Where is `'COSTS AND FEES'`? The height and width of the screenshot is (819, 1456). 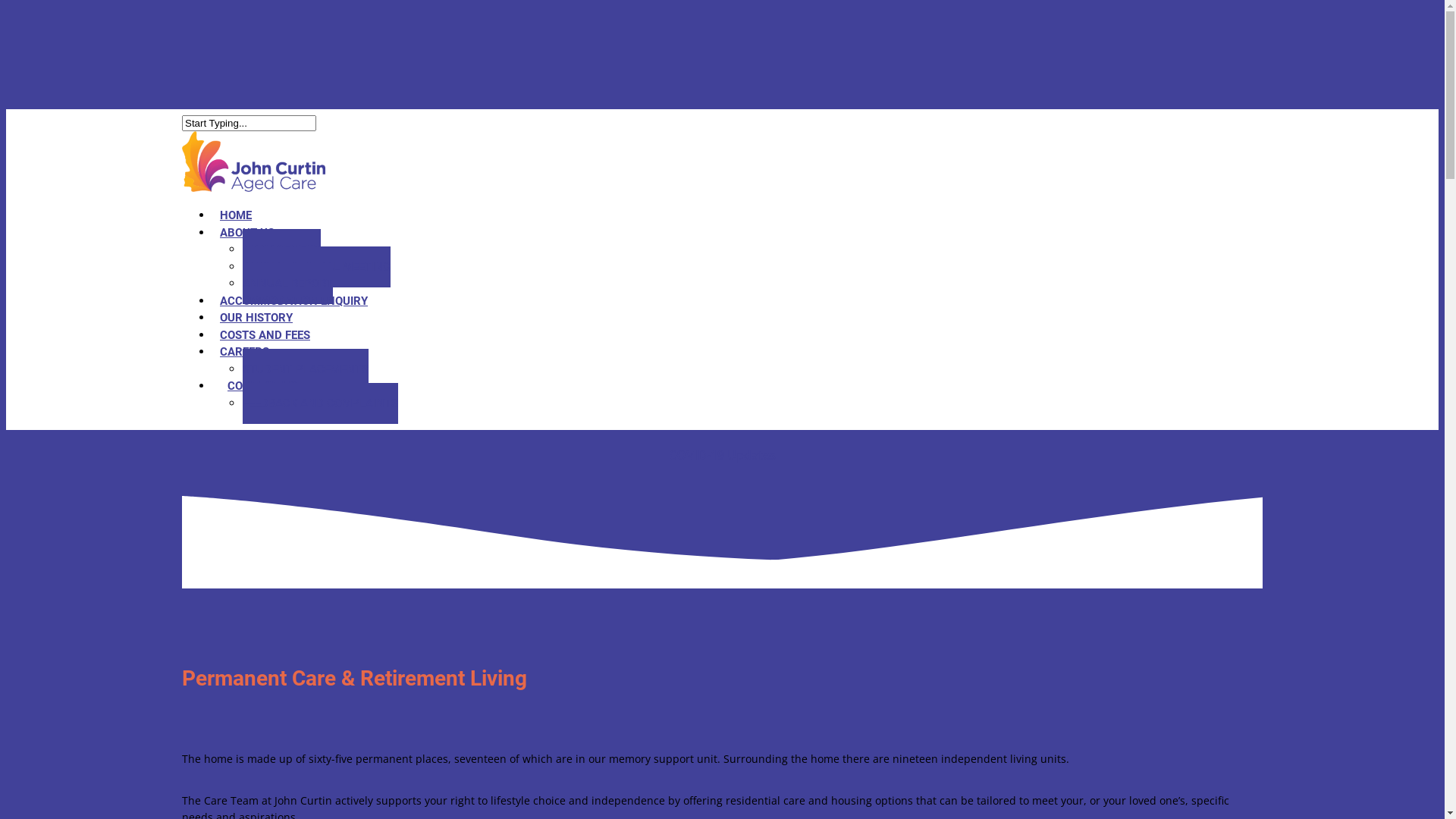
'COSTS AND FEES' is located at coordinates (211, 333).